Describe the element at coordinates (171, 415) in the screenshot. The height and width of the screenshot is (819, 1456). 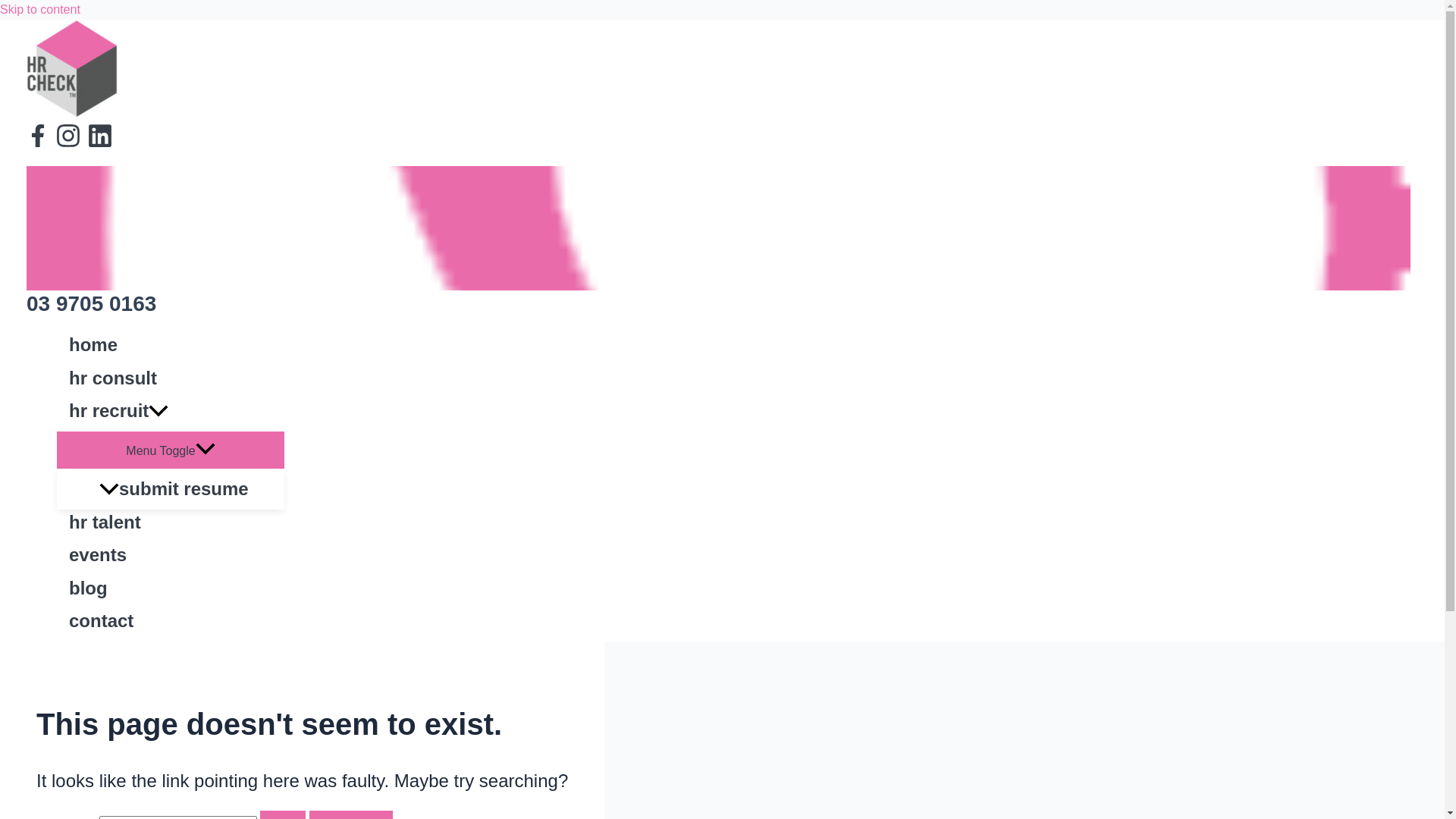
I see `'hr recruit'` at that location.